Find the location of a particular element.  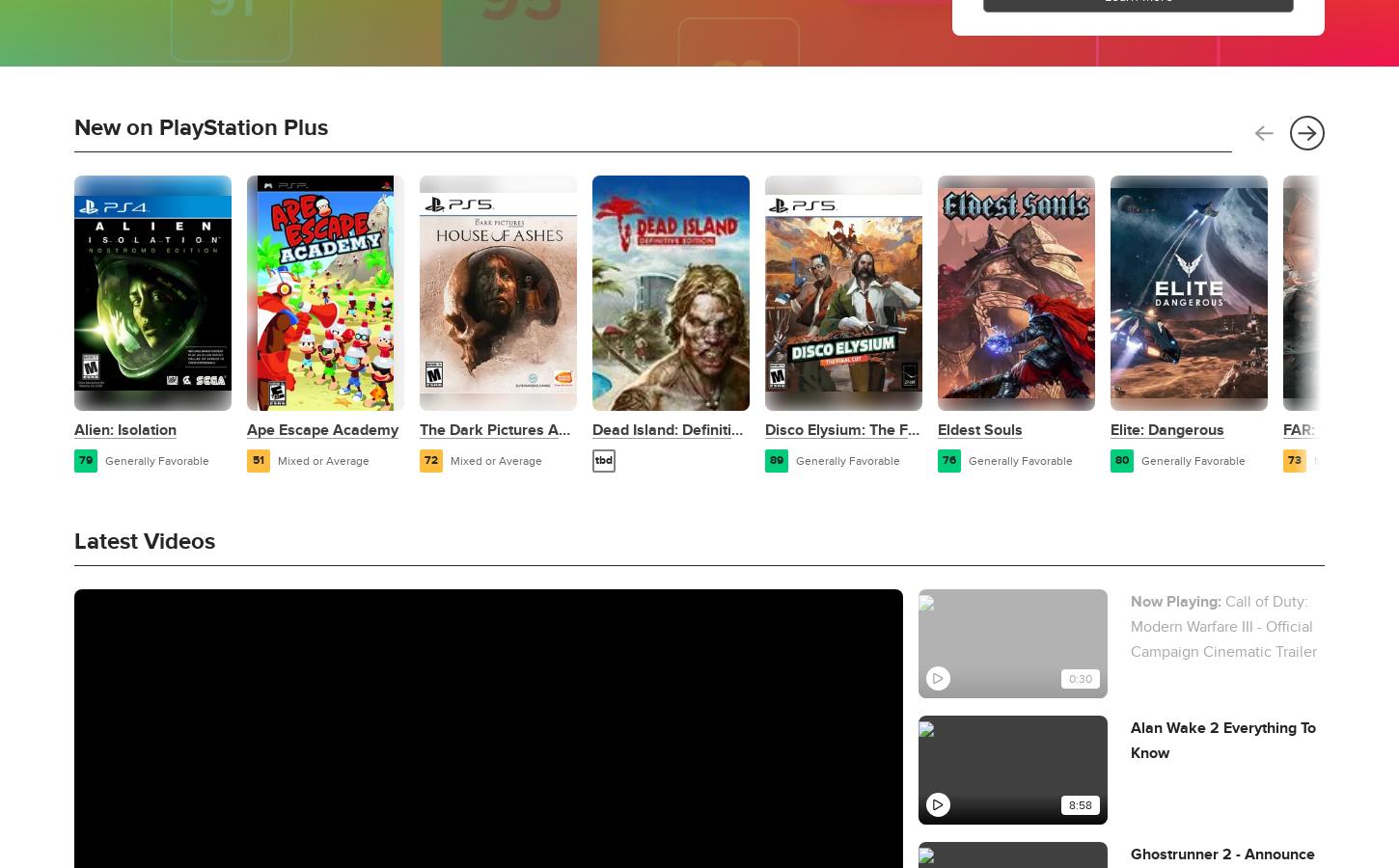

'80' is located at coordinates (1121, 459).